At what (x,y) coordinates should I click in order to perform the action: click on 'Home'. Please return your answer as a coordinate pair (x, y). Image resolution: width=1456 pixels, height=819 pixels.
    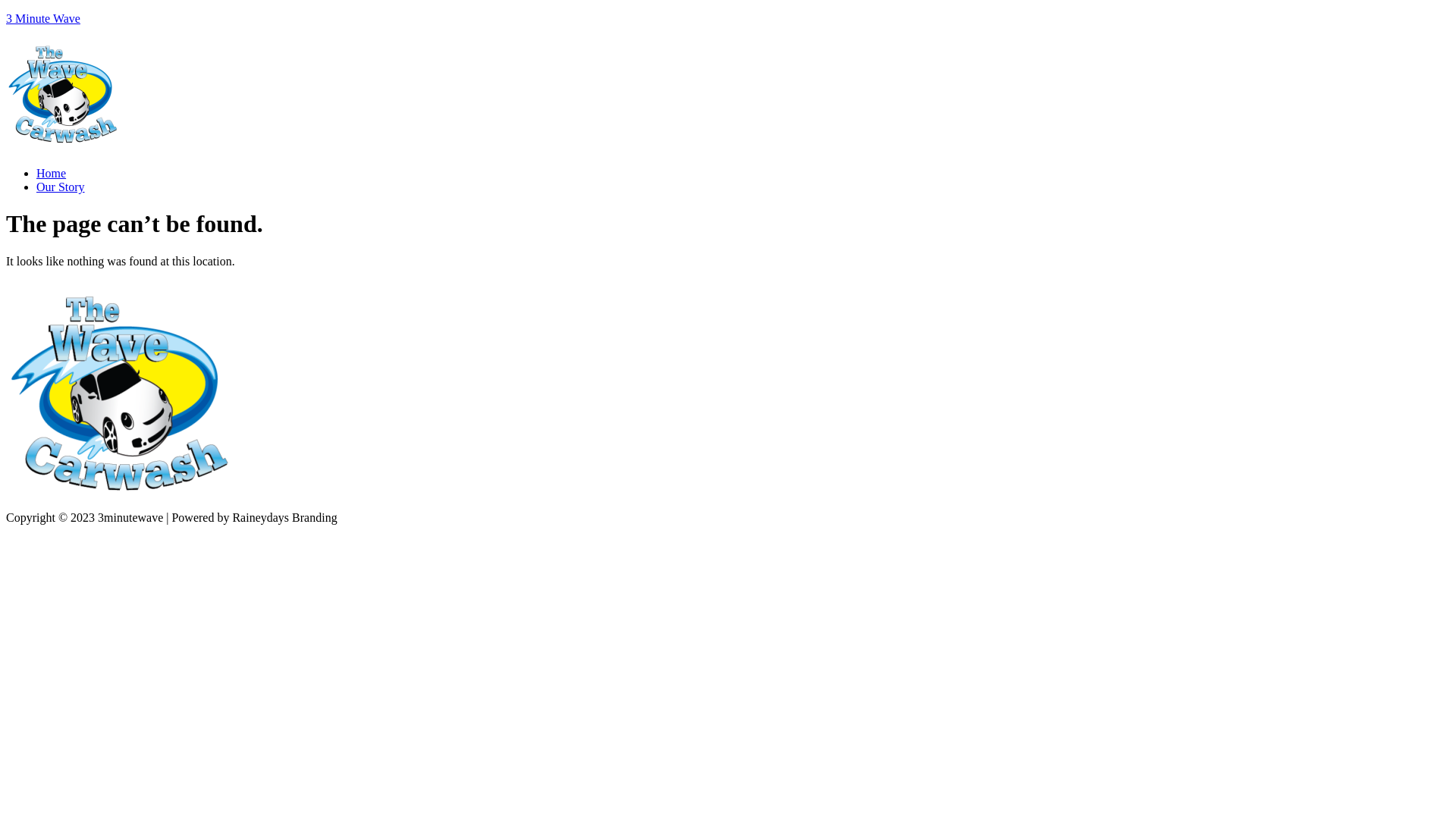
    Looking at the image, I should click on (51, 172).